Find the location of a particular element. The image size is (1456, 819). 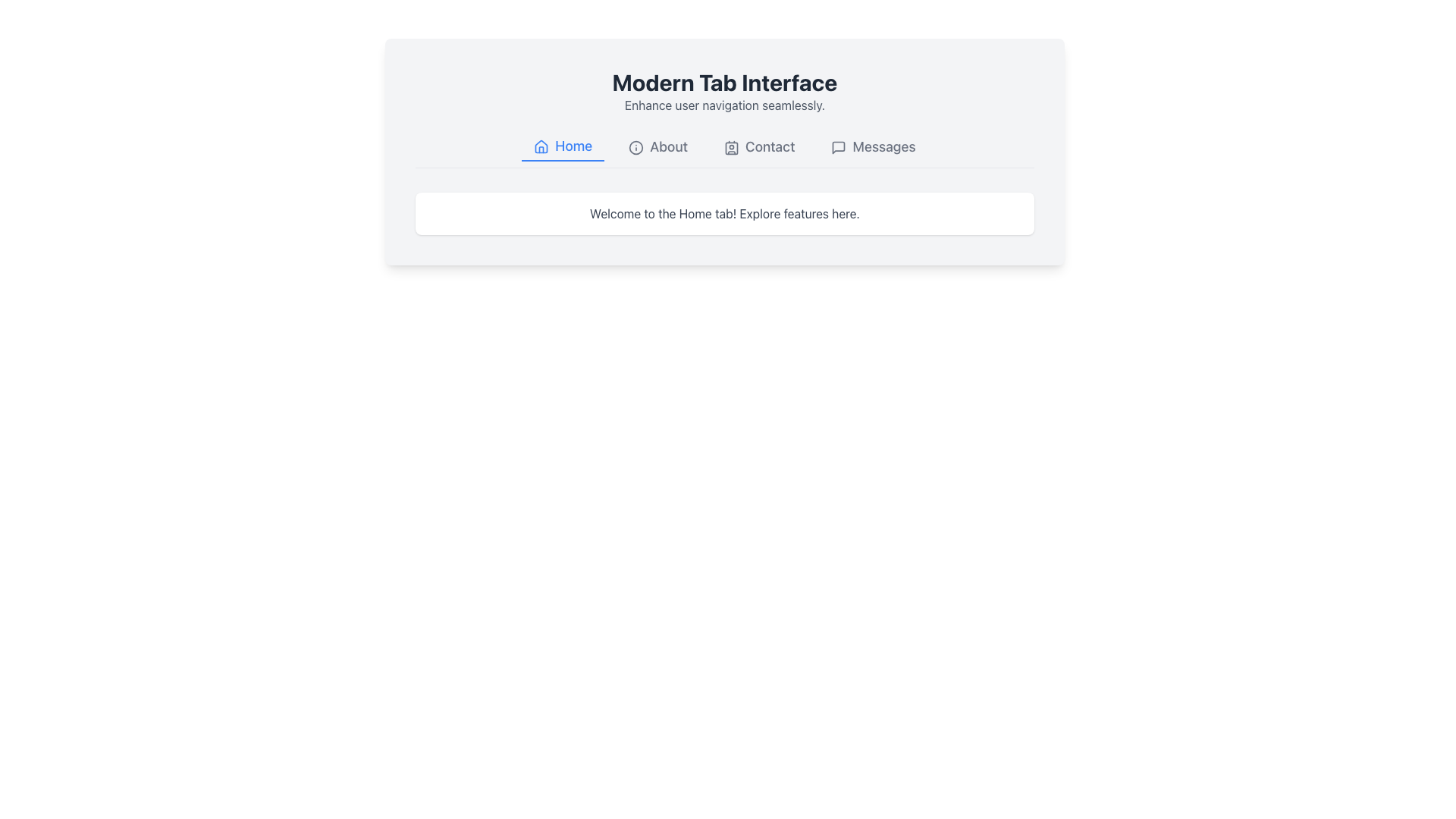

the 'Contact' icon indicator located in the navigation bar, which is positioned to the left of the 'Contact' text label is located at coordinates (731, 148).